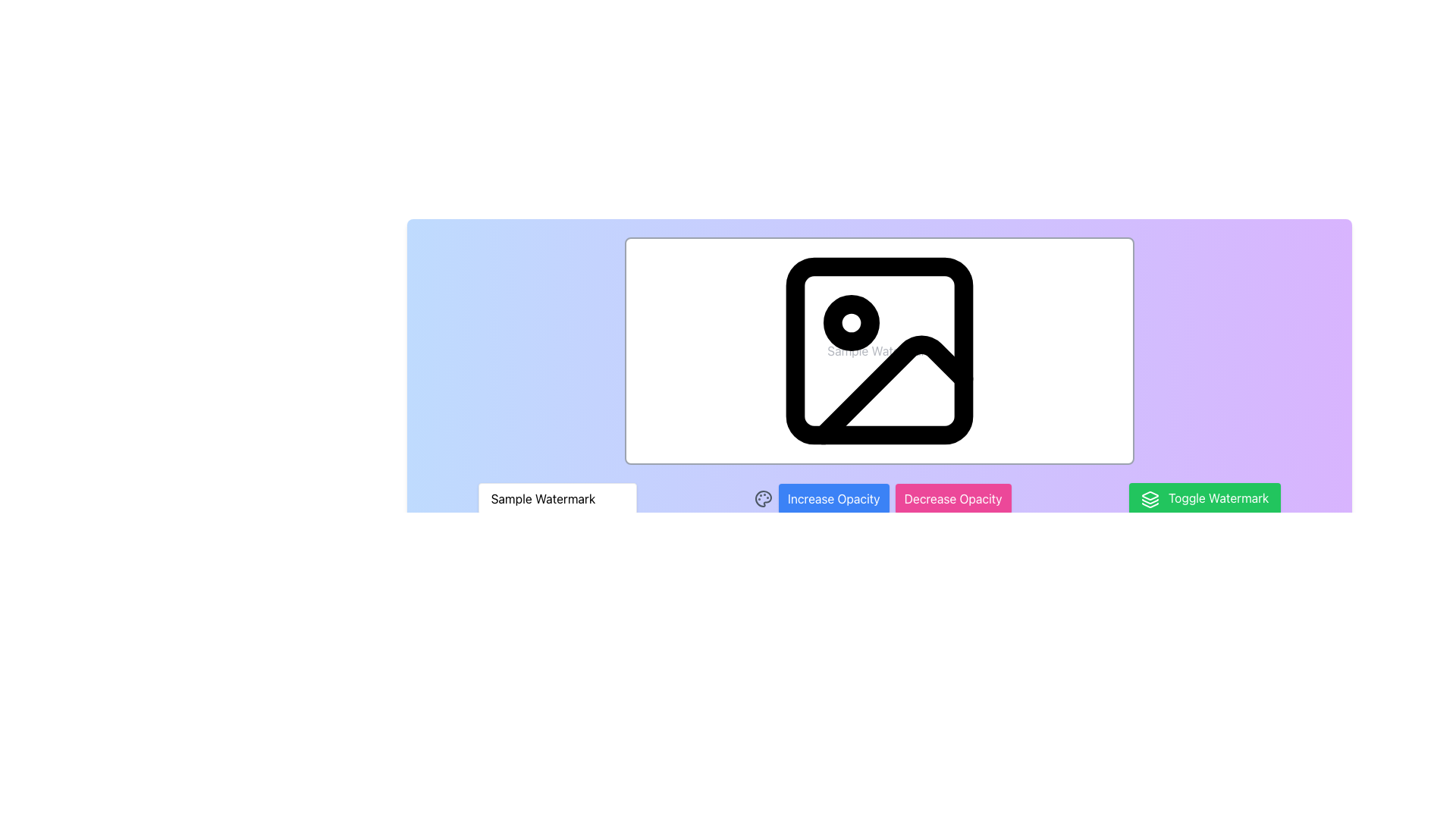 The width and height of the screenshot is (1456, 819). What do you see at coordinates (763, 499) in the screenshot?
I see `the decorative icon located to the immediate left of the blue 'Increase Opacity' button in the lower part of the interface` at bounding box center [763, 499].